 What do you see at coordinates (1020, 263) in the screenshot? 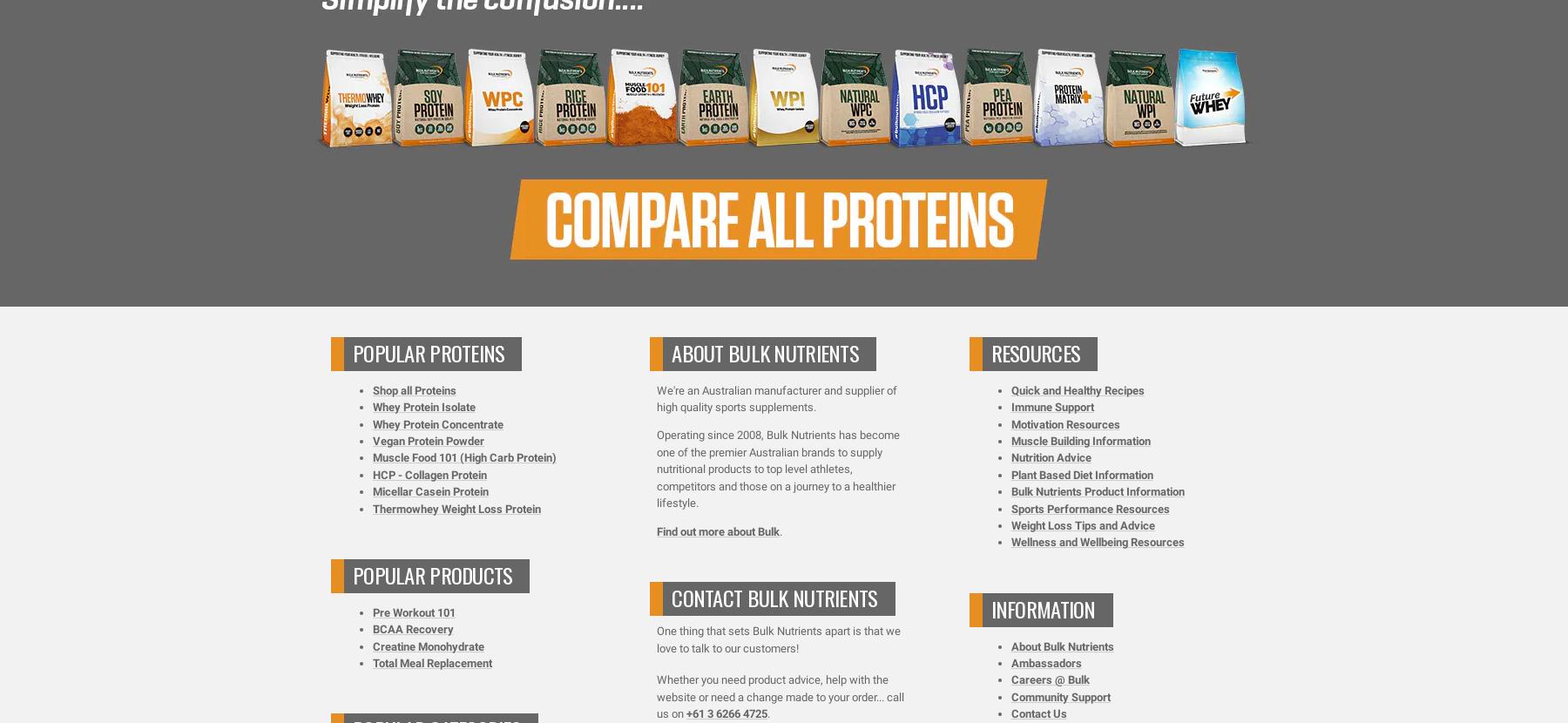
I see `'Sitemap'` at bounding box center [1020, 263].